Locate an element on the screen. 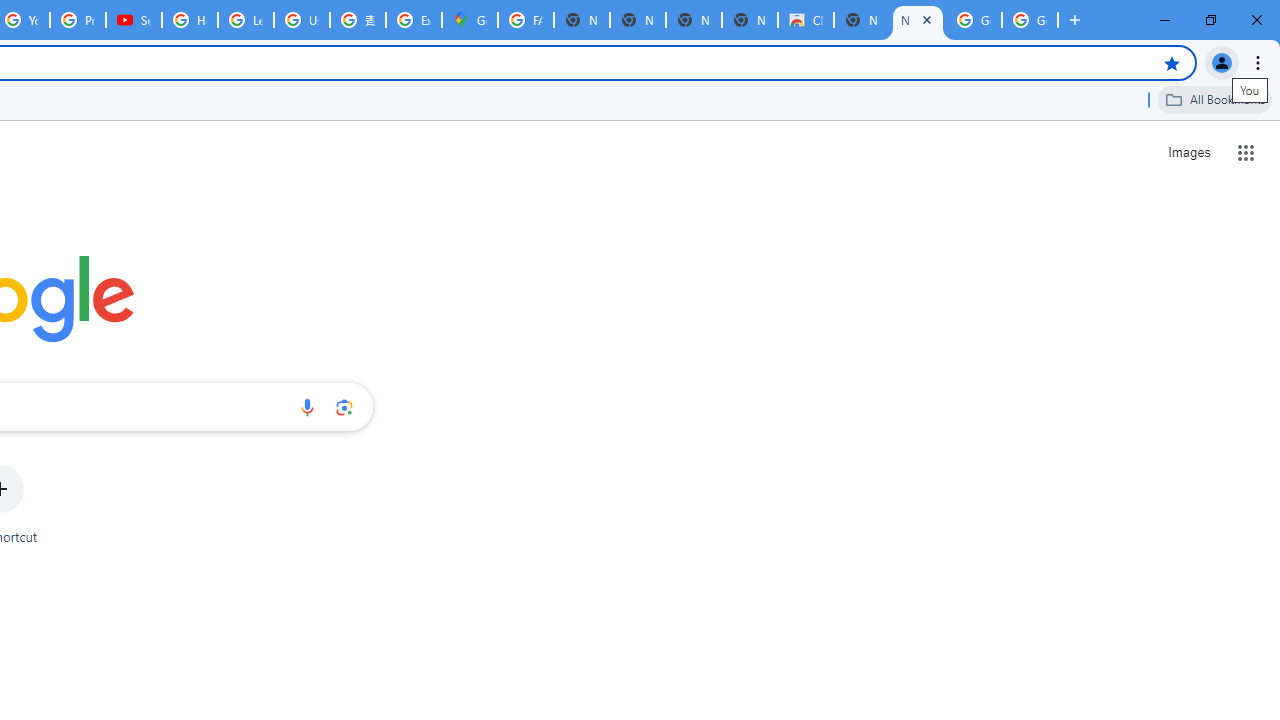 The image size is (1280, 720). 'Google Images' is located at coordinates (974, 20).